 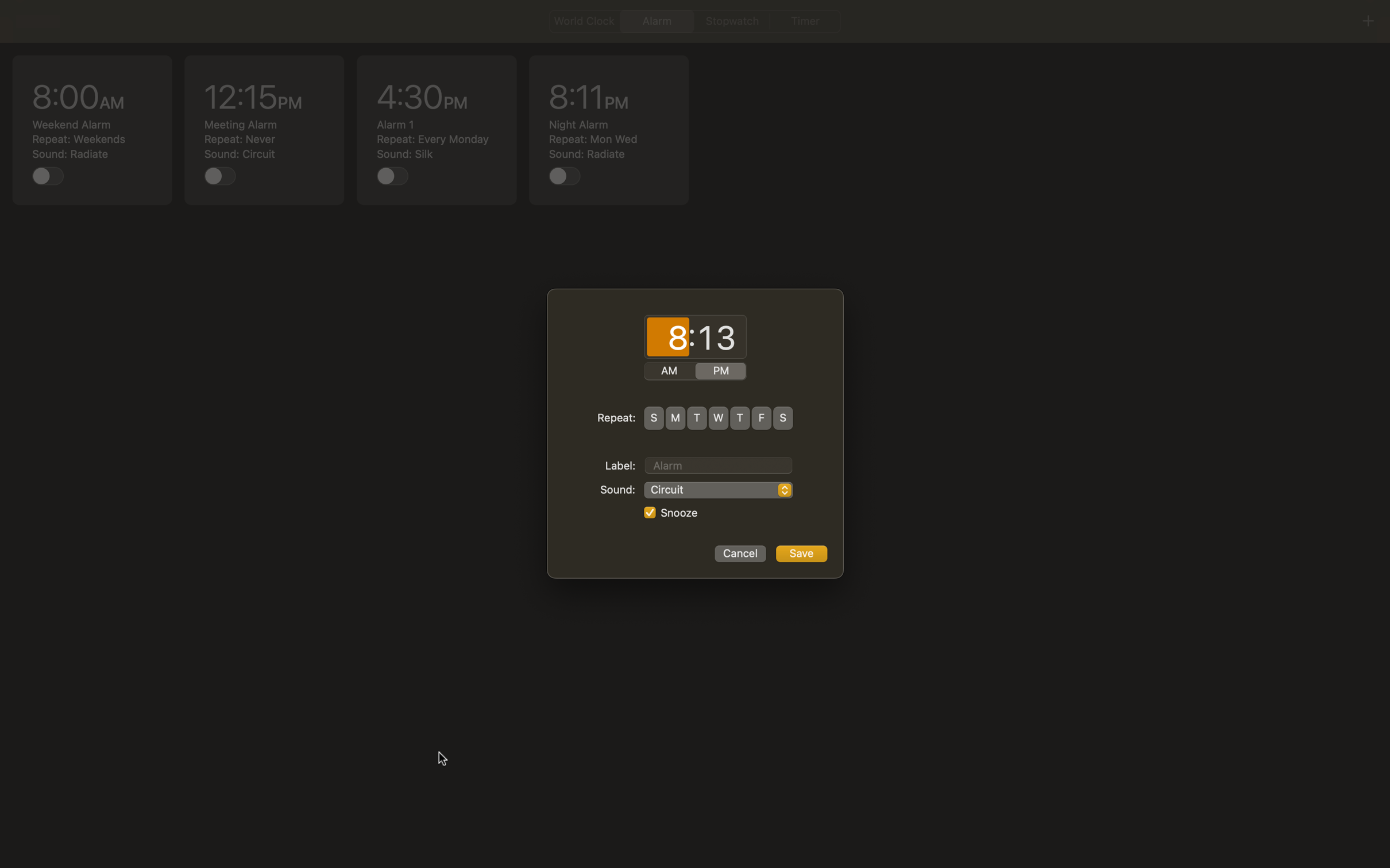 What do you see at coordinates (718, 463) in the screenshot?
I see `Designate the alarm title as "Important Meeting` at bounding box center [718, 463].